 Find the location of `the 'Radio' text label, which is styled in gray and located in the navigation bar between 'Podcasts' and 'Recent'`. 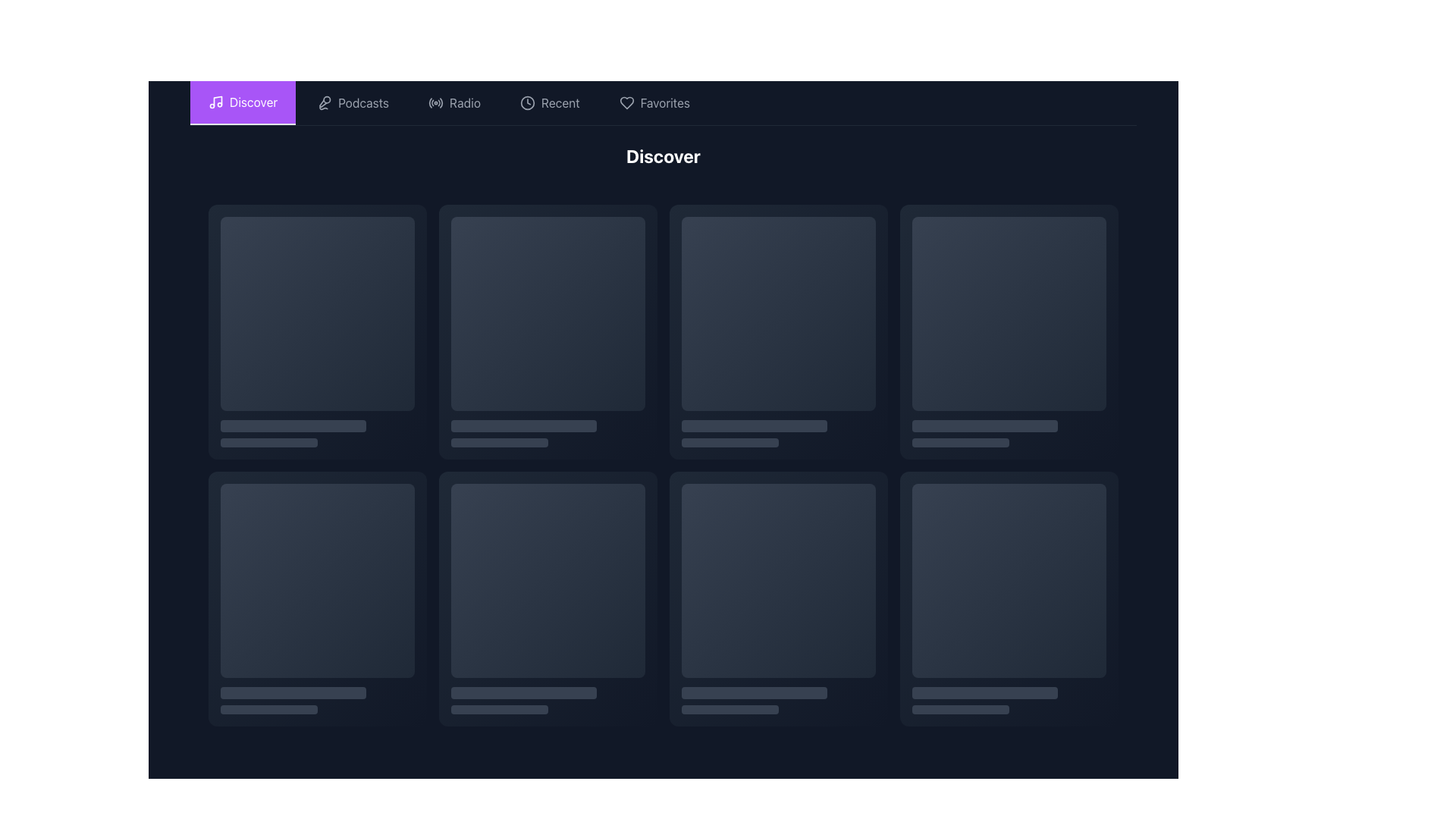

the 'Radio' text label, which is styled in gray and located in the navigation bar between 'Podcasts' and 'Recent' is located at coordinates (464, 102).